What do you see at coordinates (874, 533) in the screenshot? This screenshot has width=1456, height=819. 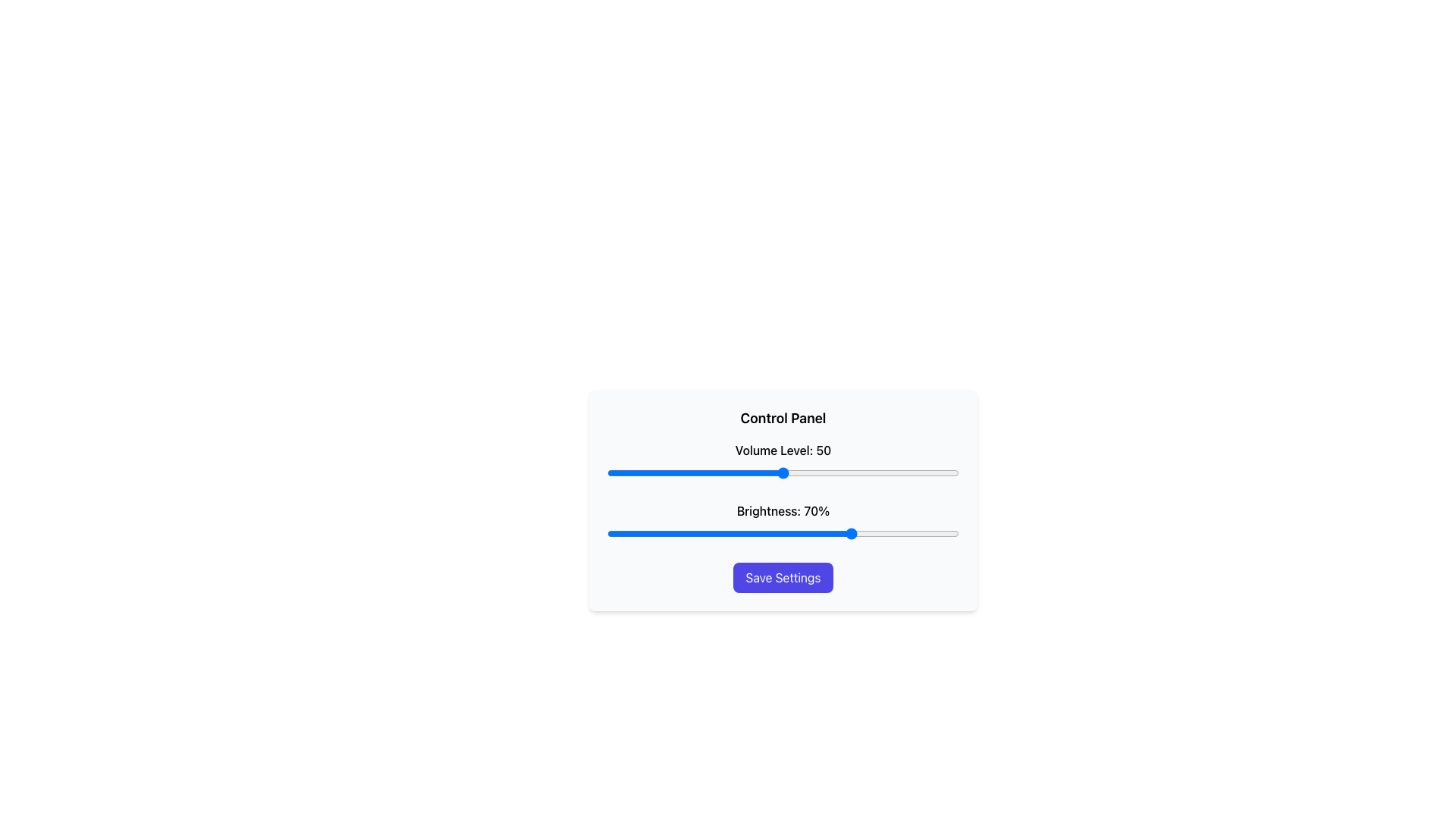 I see `brightness level` at bounding box center [874, 533].